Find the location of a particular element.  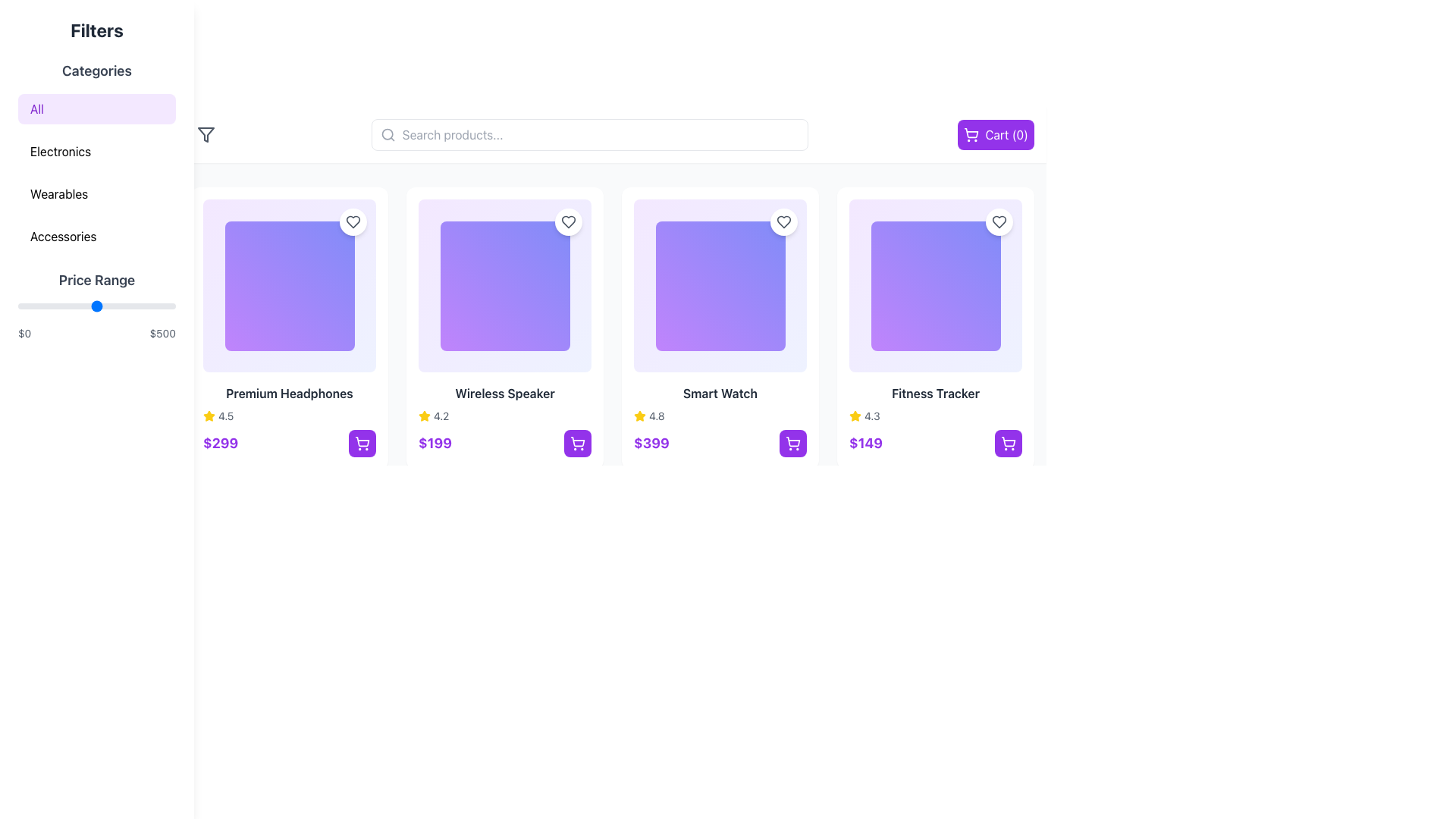

the 'Electronics' button, which is the second option in the category filters under 'Categories' is located at coordinates (96, 152).